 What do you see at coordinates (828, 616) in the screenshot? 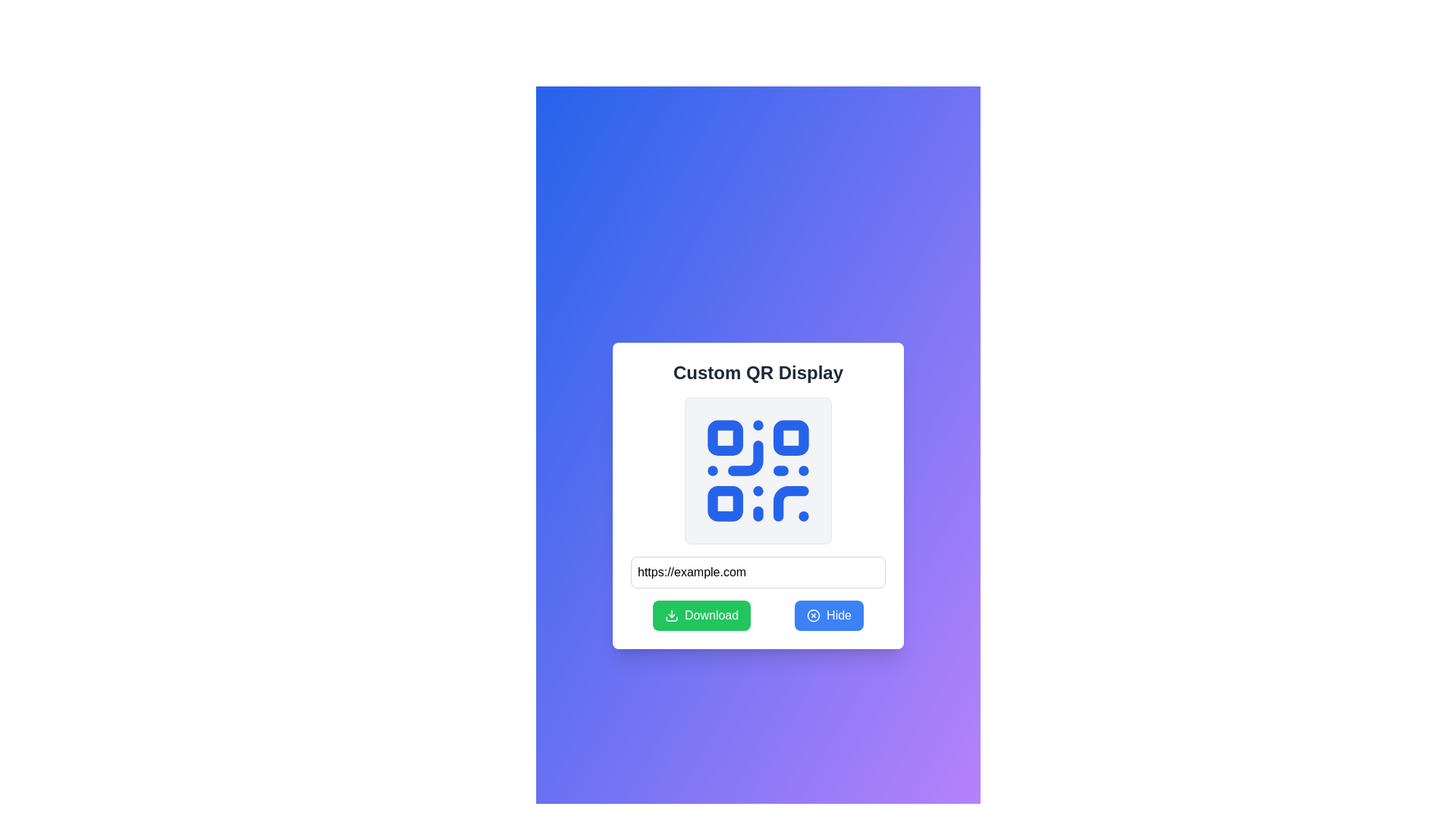
I see `the rounded blue button labeled 'Hide'` at bounding box center [828, 616].